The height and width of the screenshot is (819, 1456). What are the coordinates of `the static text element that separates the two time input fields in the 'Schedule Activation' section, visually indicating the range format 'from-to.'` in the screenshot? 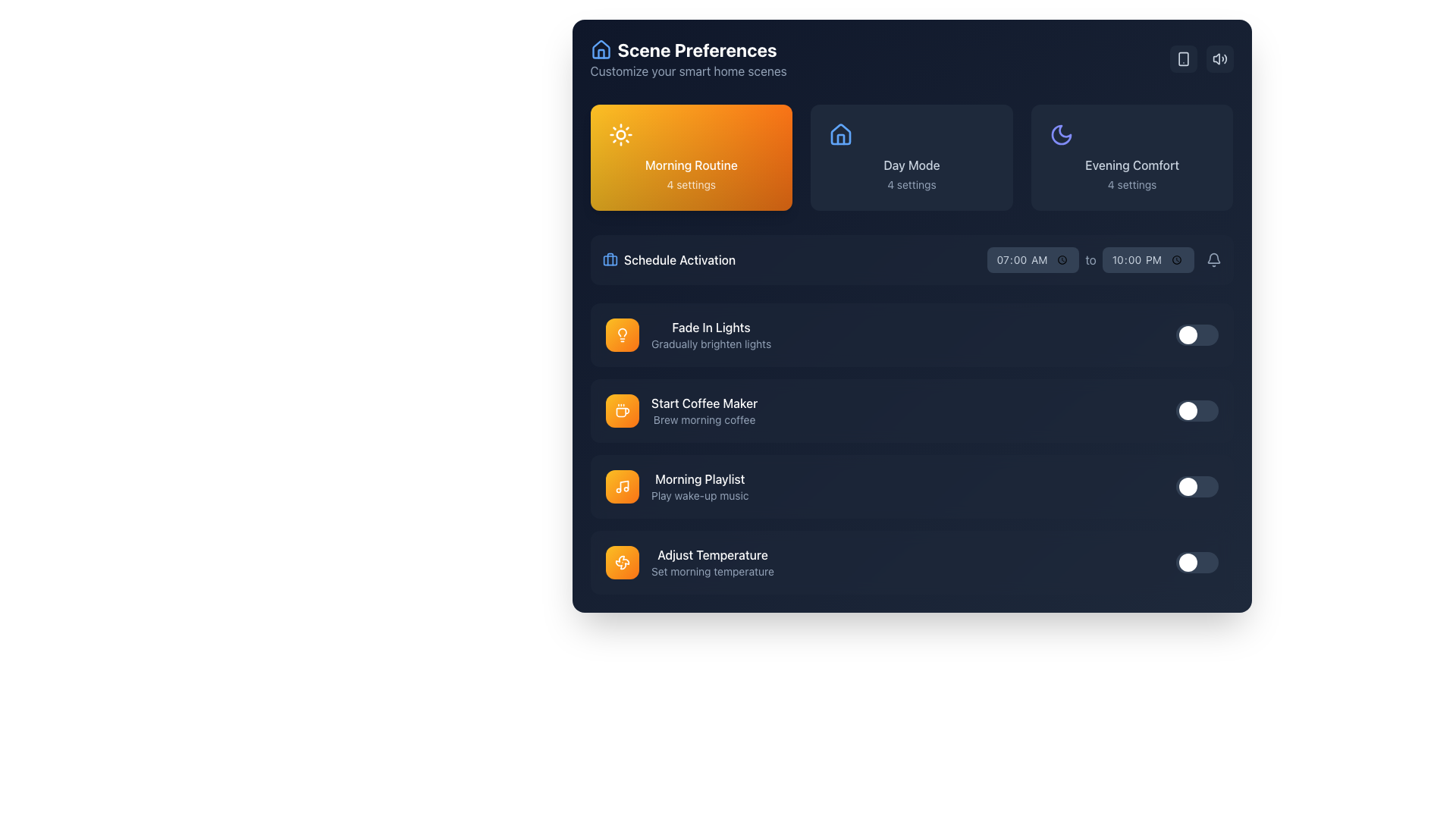 It's located at (1104, 259).